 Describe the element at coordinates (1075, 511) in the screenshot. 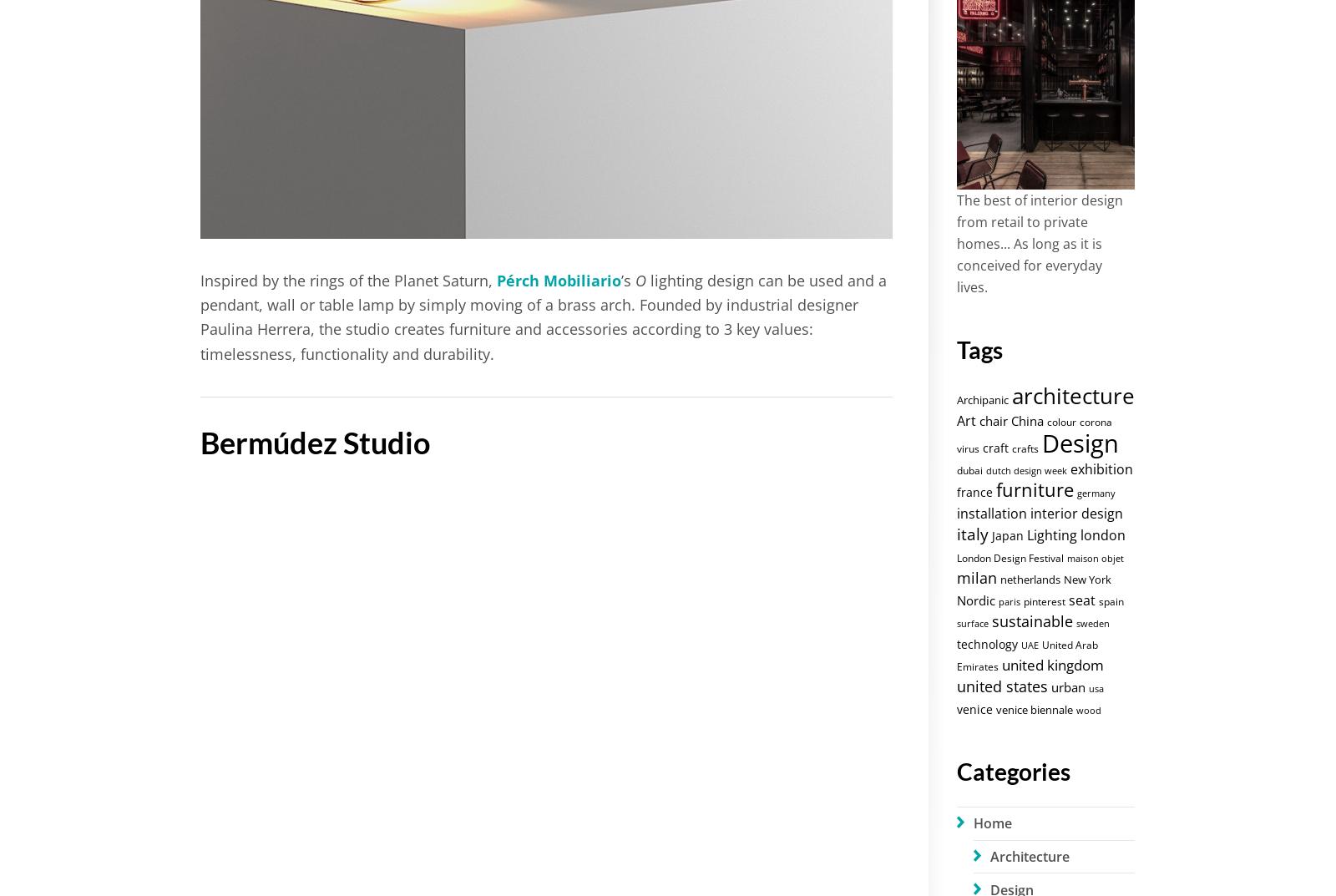

I see `'interior design'` at that location.